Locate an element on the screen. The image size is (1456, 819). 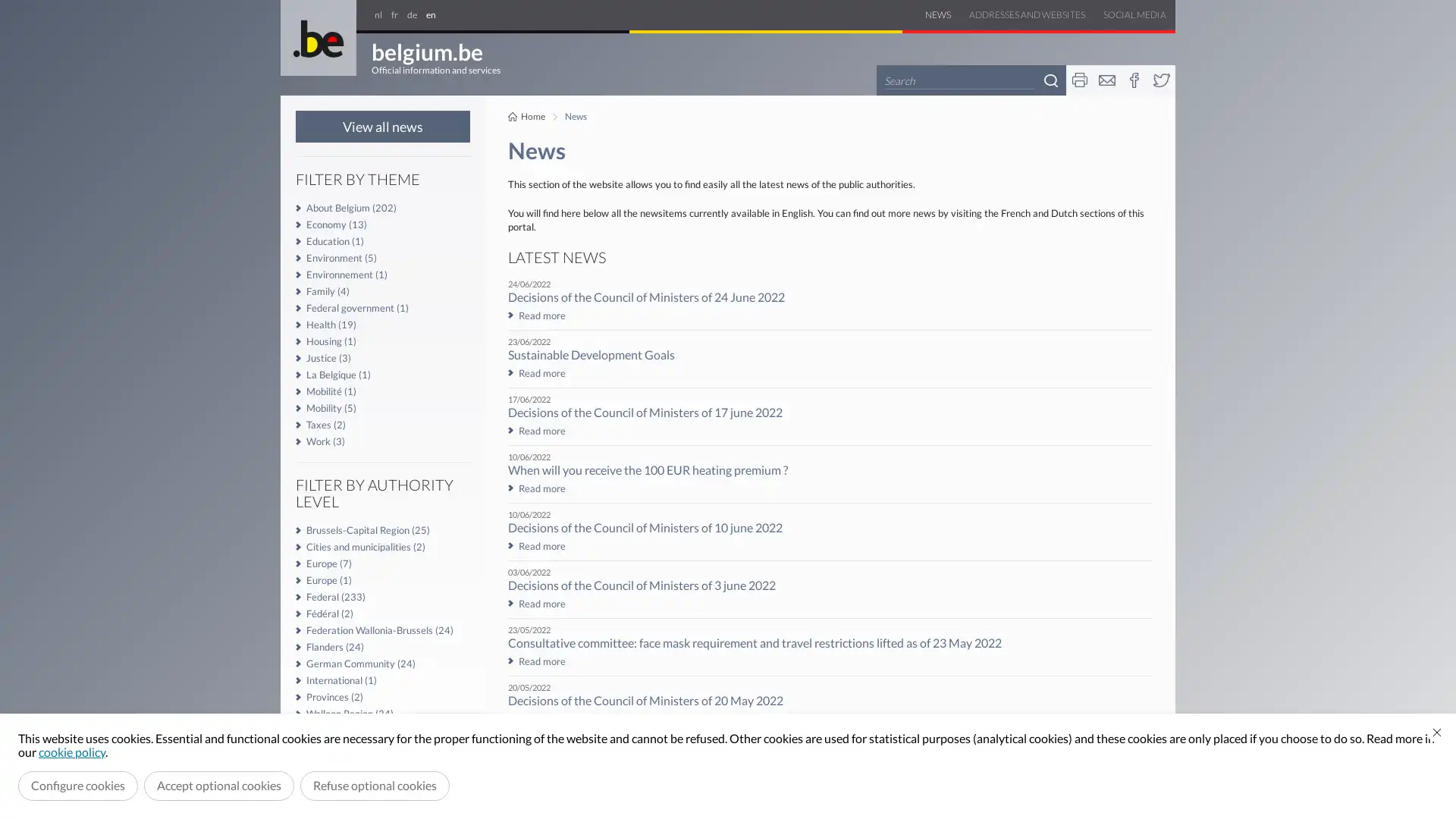
Accept optional cookies is located at coordinates (218, 785).